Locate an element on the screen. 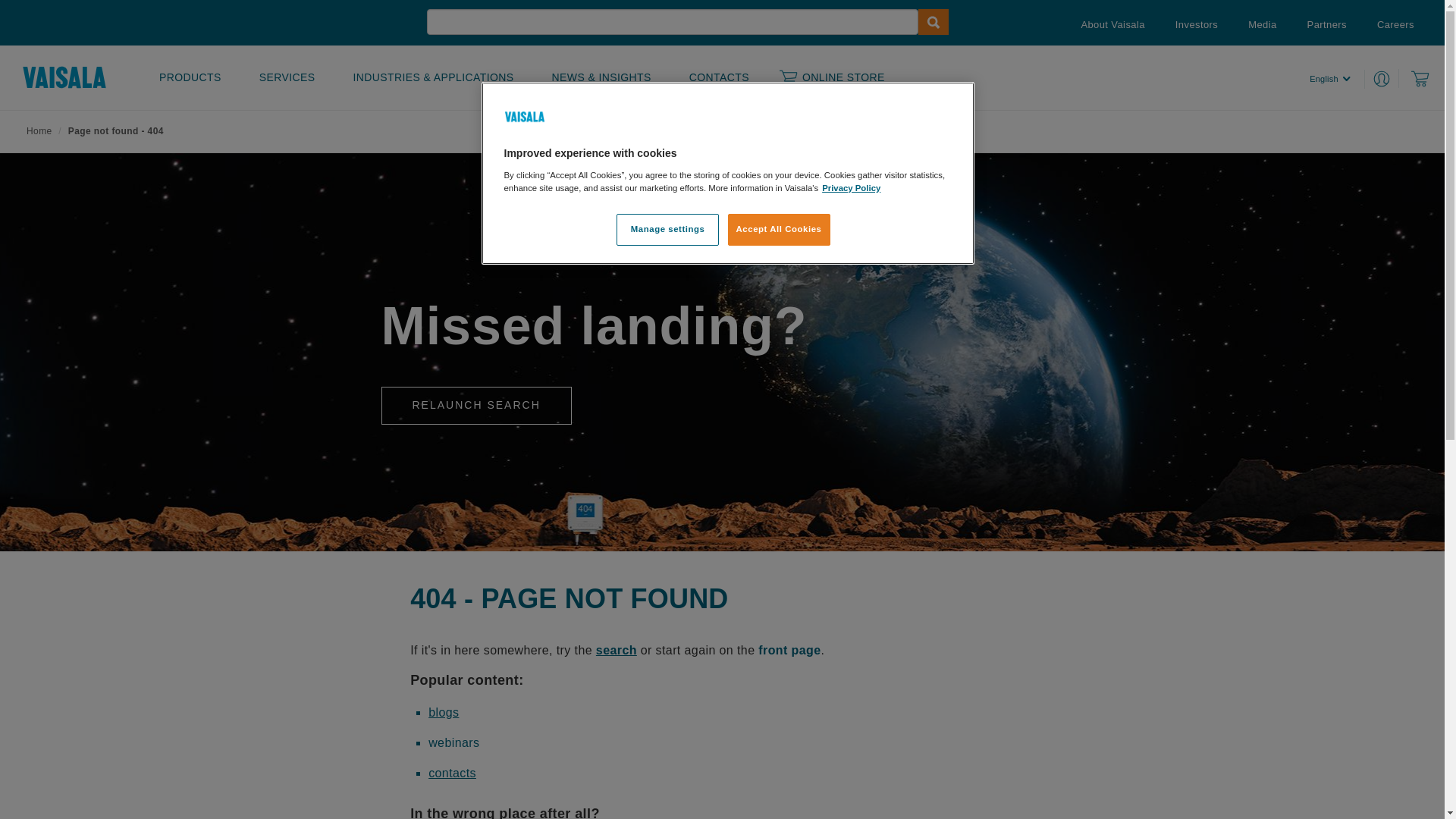 This screenshot has height=819, width=1456. 'About Vaisala' is located at coordinates (1112, 25).